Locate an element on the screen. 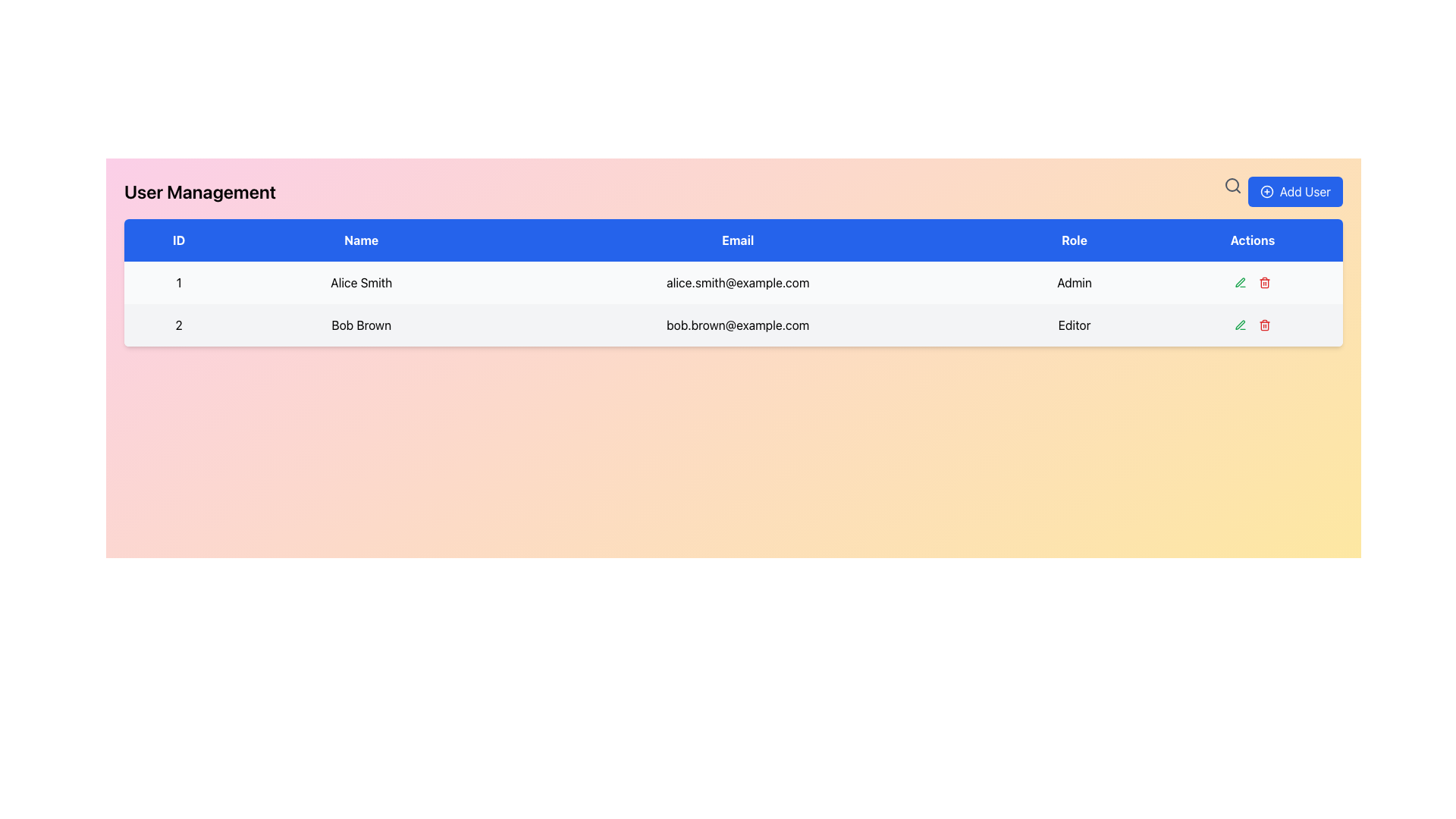 Image resolution: width=1456 pixels, height=819 pixels. the delete icon button located in the 'Actions' column of the second row in the user management table to initiate deletion is located at coordinates (1264, 324).